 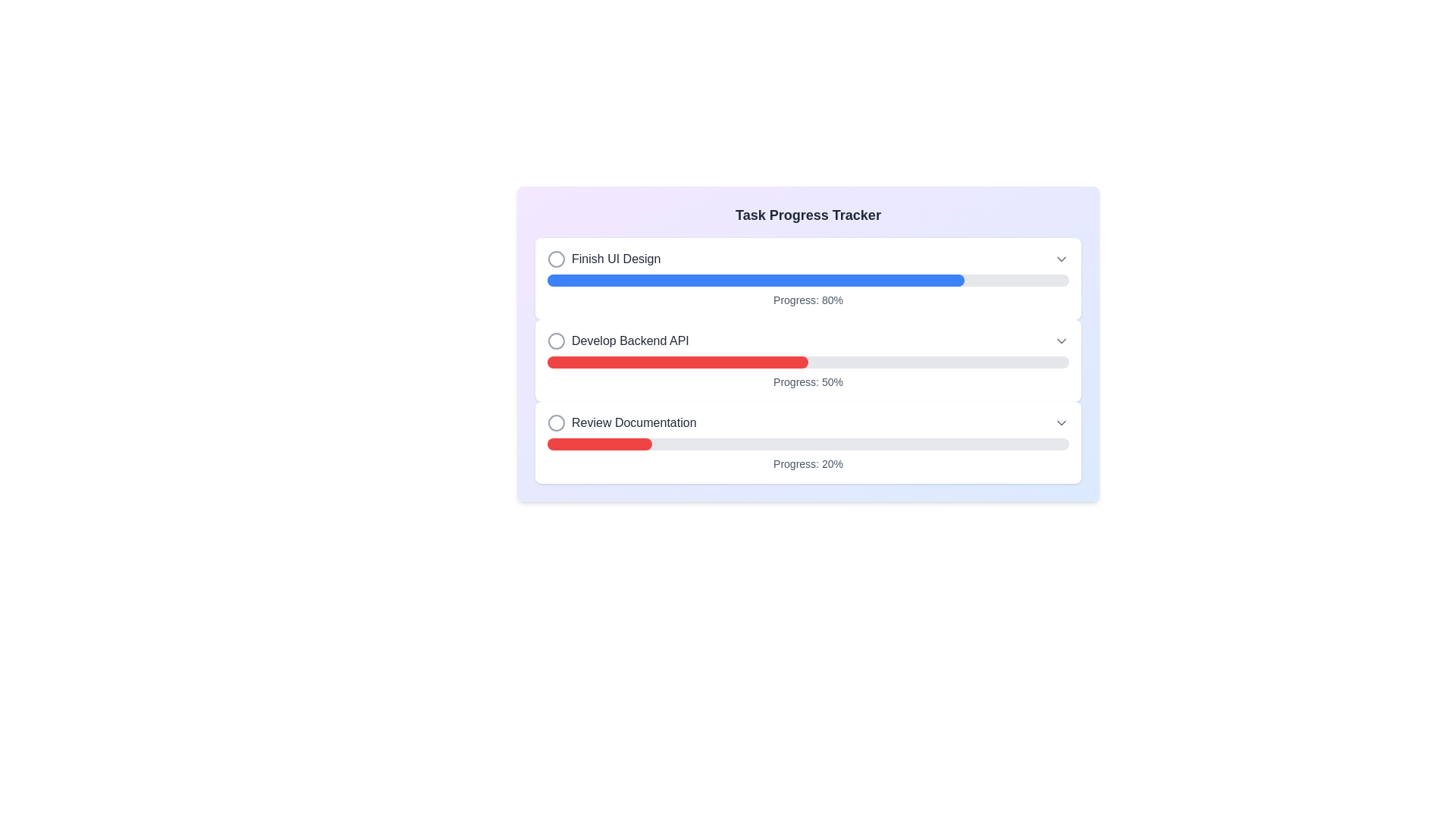 I want to click on the circular SVG element that represents the 'Review Documentation' task icon, which is styled as a gray-stroked circle with a radius of 10 units, so click(x=556, y=423).